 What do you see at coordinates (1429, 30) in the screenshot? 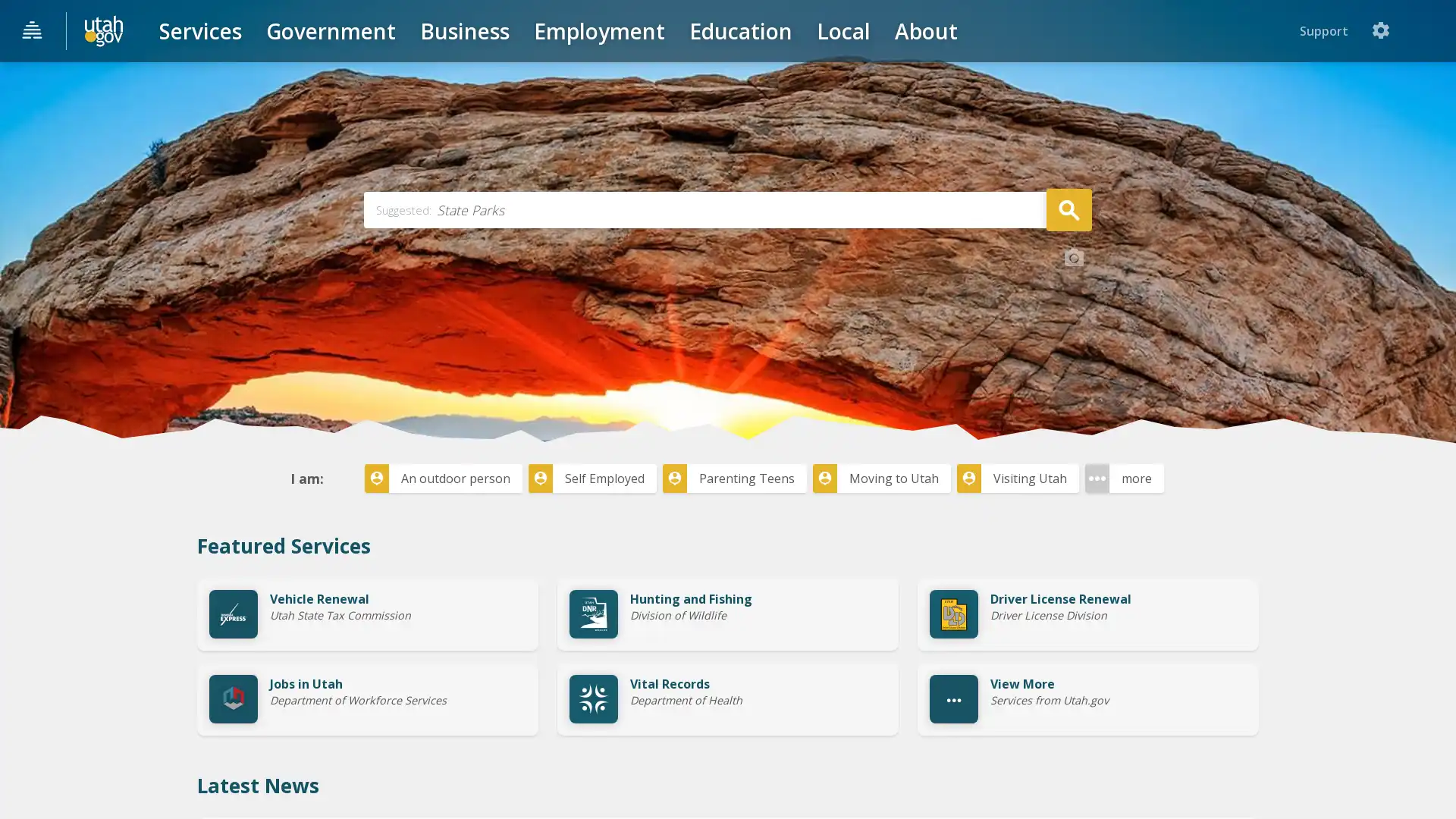
I see `Site Settings` at bounding box center [1429, 30].